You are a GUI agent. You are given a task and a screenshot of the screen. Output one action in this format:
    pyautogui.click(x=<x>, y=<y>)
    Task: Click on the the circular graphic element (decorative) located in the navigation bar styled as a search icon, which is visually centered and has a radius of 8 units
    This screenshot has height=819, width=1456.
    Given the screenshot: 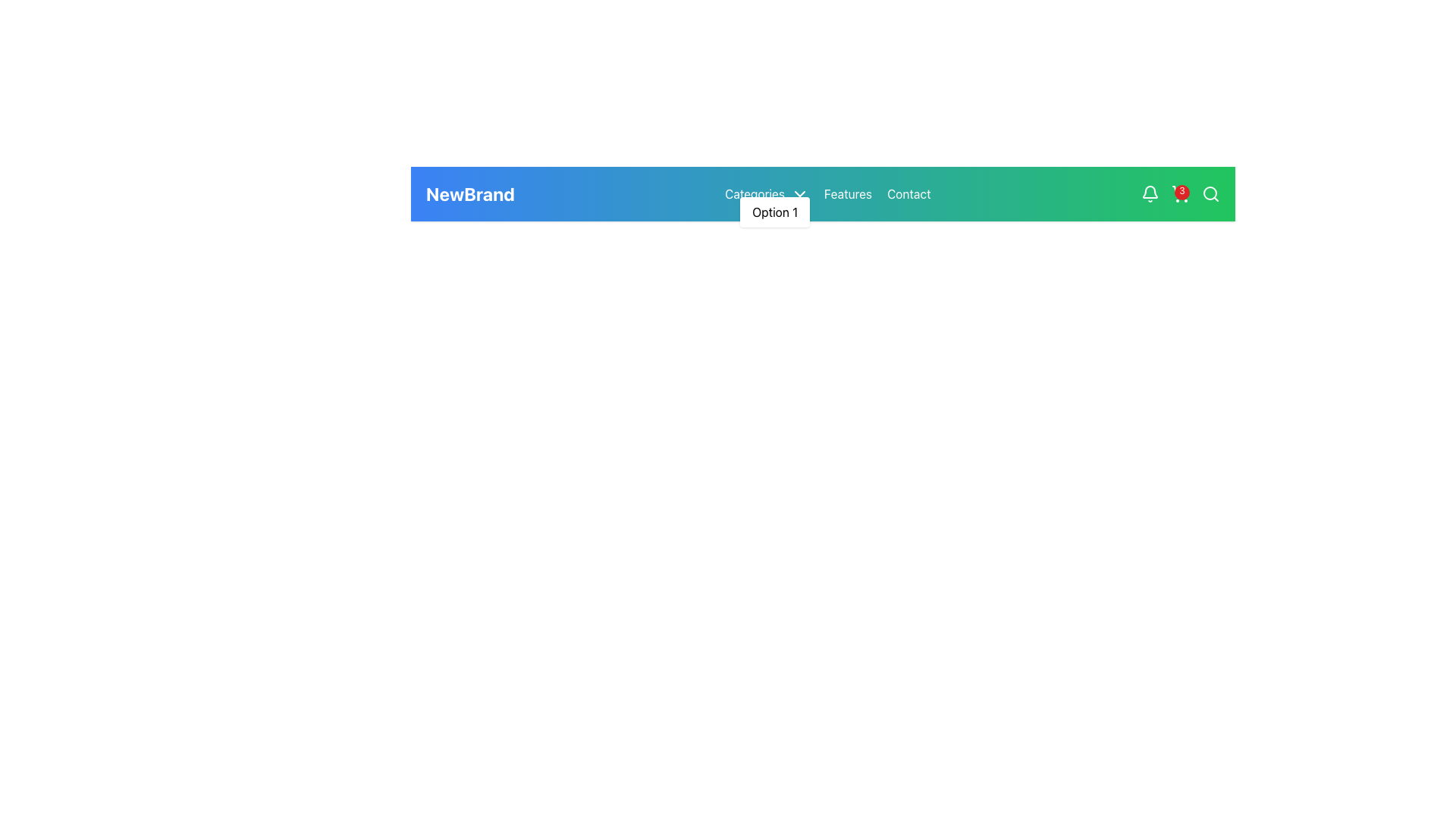 What is the action you would take?
    pyautogui.click(x=1210, y=192)
    